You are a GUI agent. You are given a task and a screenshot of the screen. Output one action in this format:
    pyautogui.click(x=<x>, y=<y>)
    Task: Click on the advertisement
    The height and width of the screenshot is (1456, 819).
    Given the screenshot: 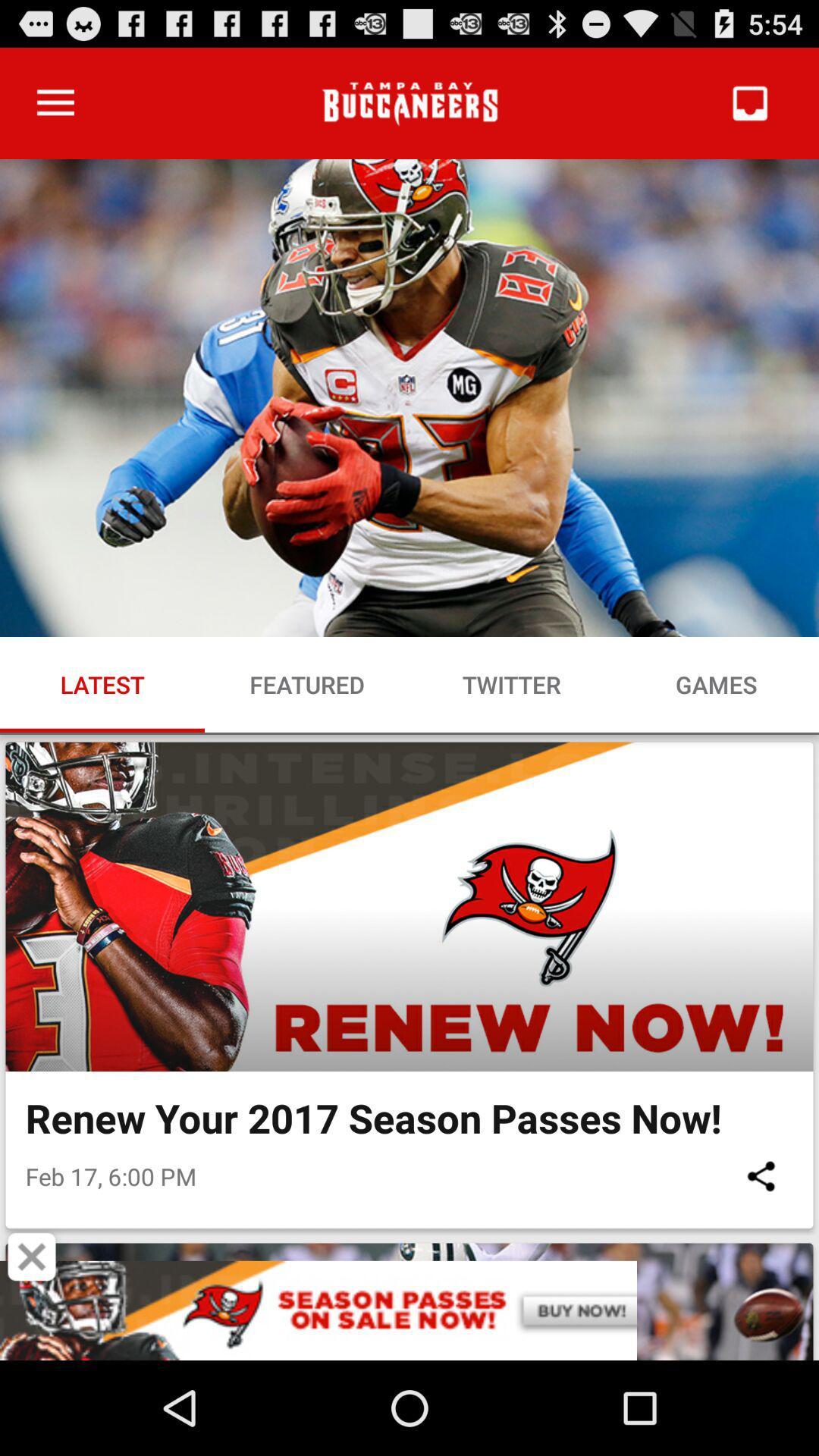 What is the action you would take?
    pyautogui.click(x=32, y=1257)
    